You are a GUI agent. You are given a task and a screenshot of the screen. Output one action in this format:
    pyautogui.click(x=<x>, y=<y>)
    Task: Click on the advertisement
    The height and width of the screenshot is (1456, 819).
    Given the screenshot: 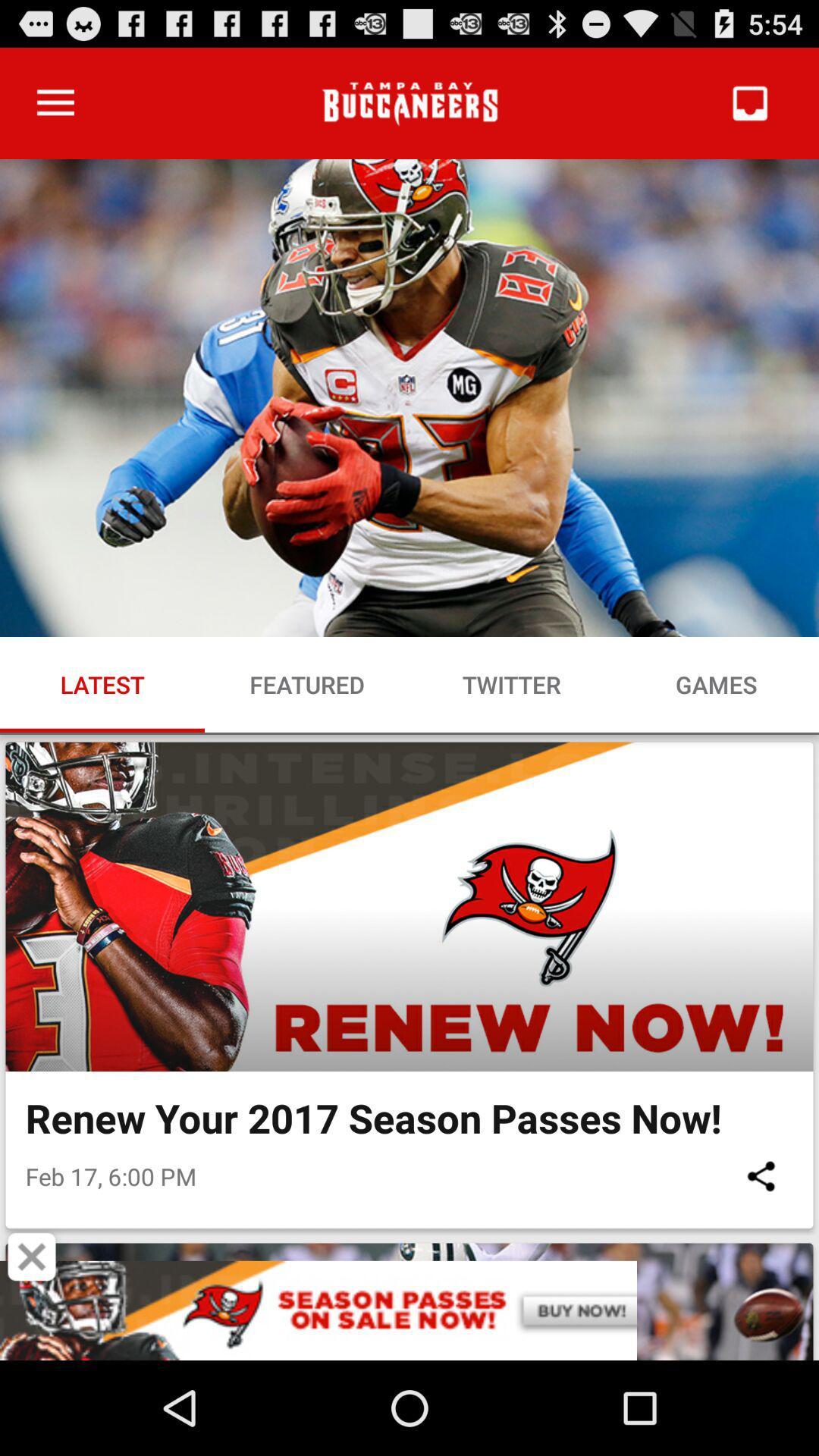 What is the action you would take?
    pyautogui.click(x=32, y=1257)
    